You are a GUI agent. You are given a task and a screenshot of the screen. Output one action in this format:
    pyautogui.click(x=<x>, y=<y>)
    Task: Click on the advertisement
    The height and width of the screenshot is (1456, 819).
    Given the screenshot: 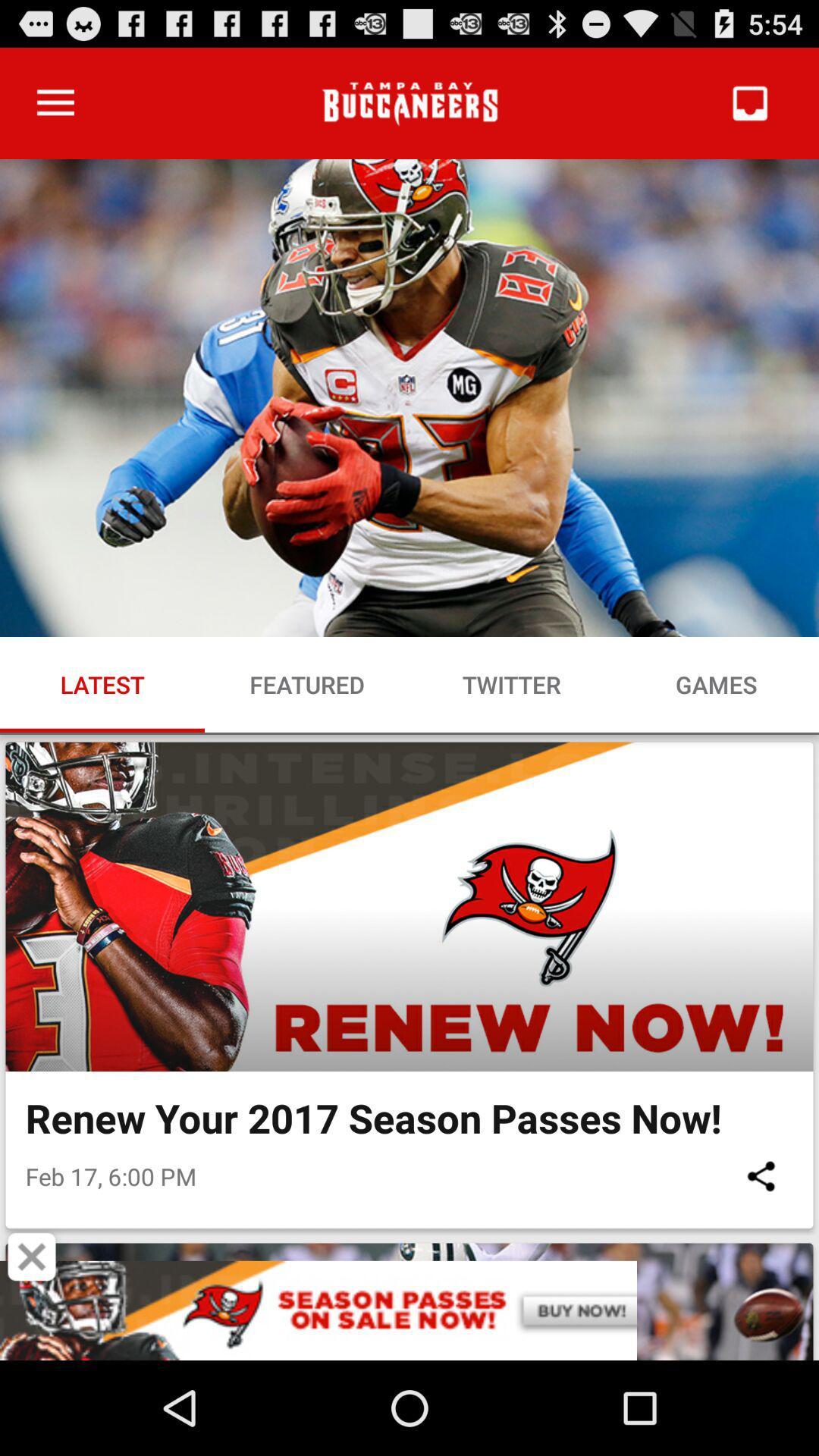 What is the action you would take?
    pyautogui.click(x=32, y=1257)
    